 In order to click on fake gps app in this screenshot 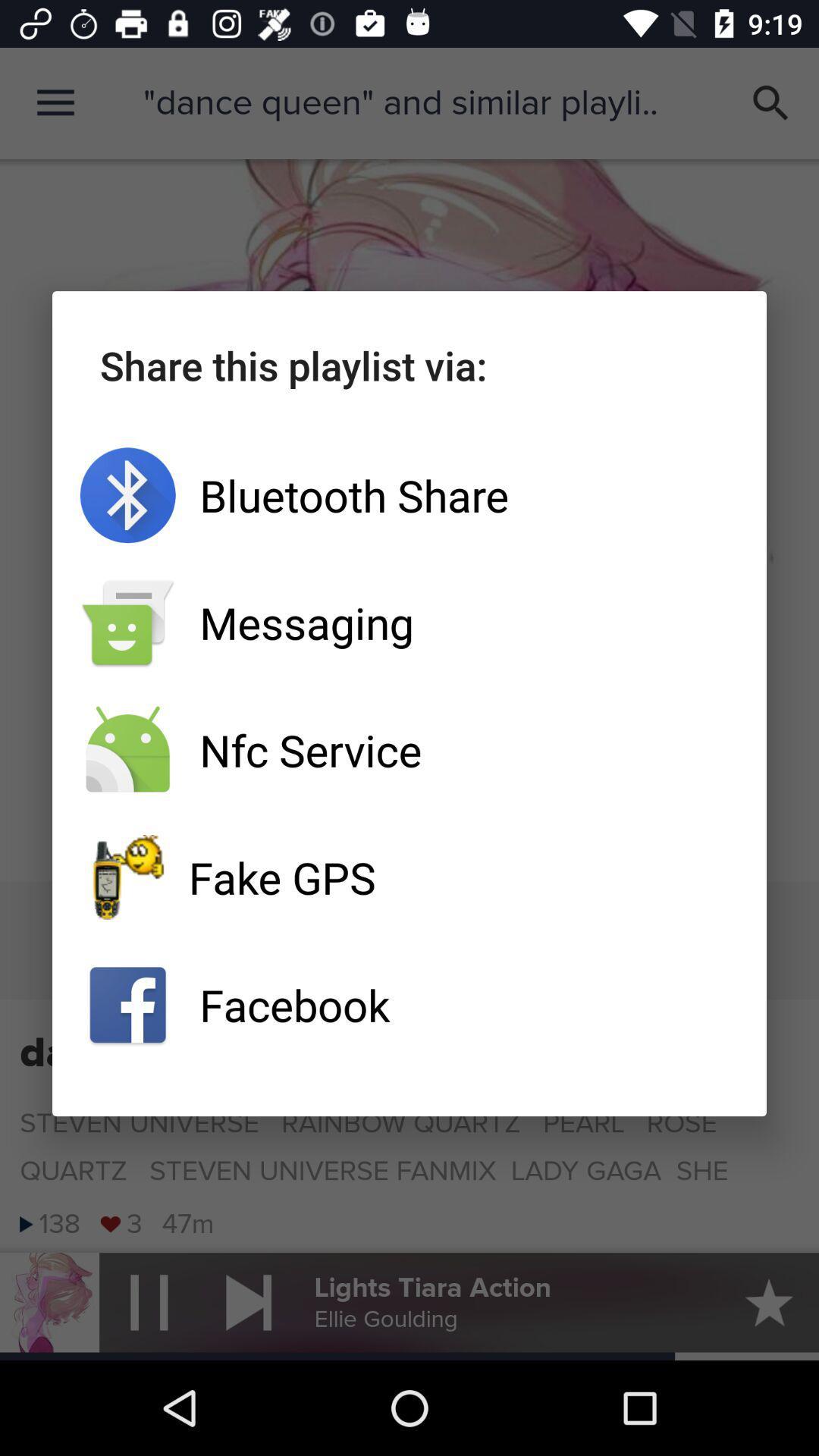, I will do `click(409, 877)`.